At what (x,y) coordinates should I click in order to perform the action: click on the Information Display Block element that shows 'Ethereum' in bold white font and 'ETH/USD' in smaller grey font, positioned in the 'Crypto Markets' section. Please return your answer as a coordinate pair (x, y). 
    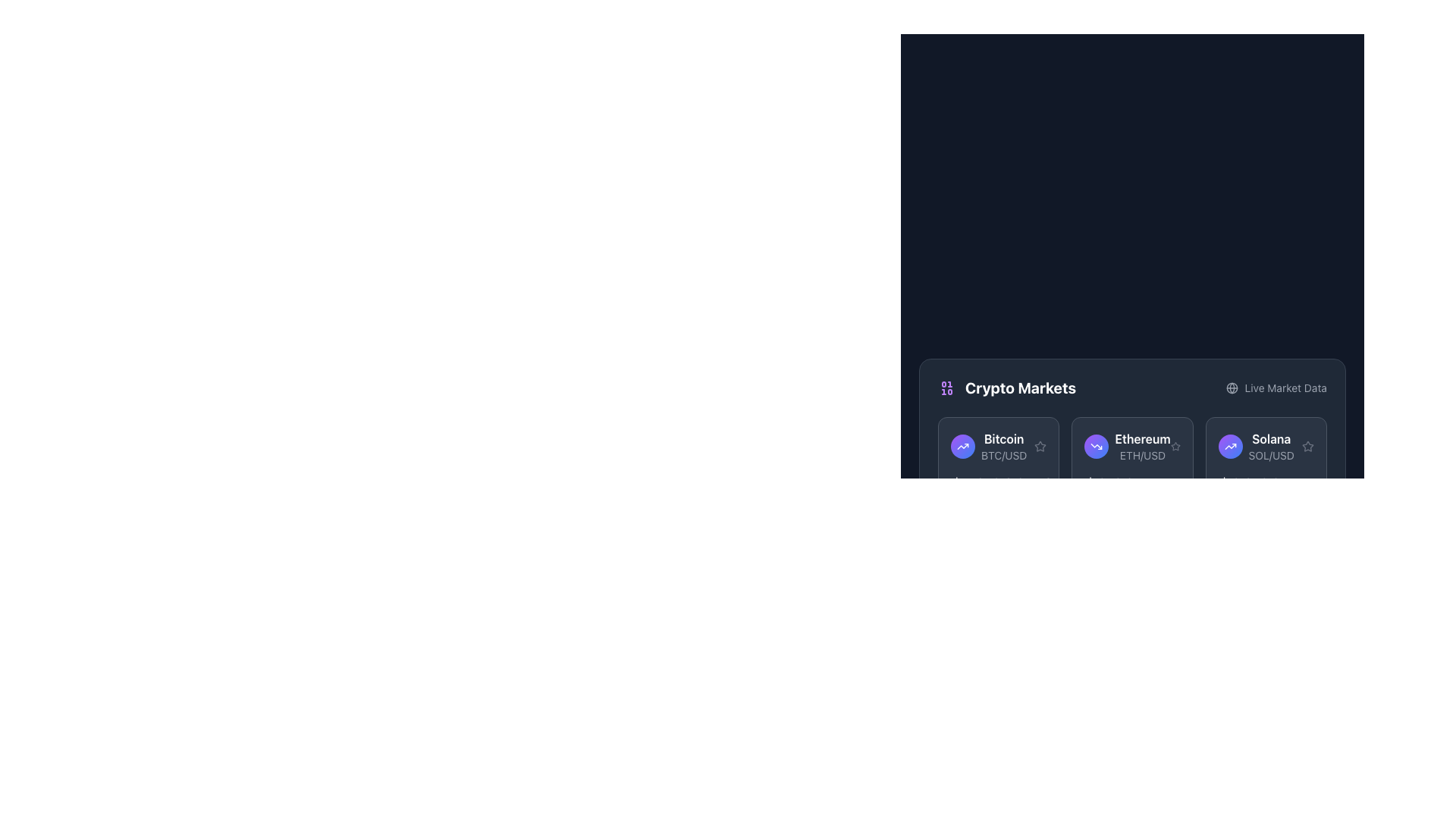
    Looking at the image, I should click on (1143, 446).